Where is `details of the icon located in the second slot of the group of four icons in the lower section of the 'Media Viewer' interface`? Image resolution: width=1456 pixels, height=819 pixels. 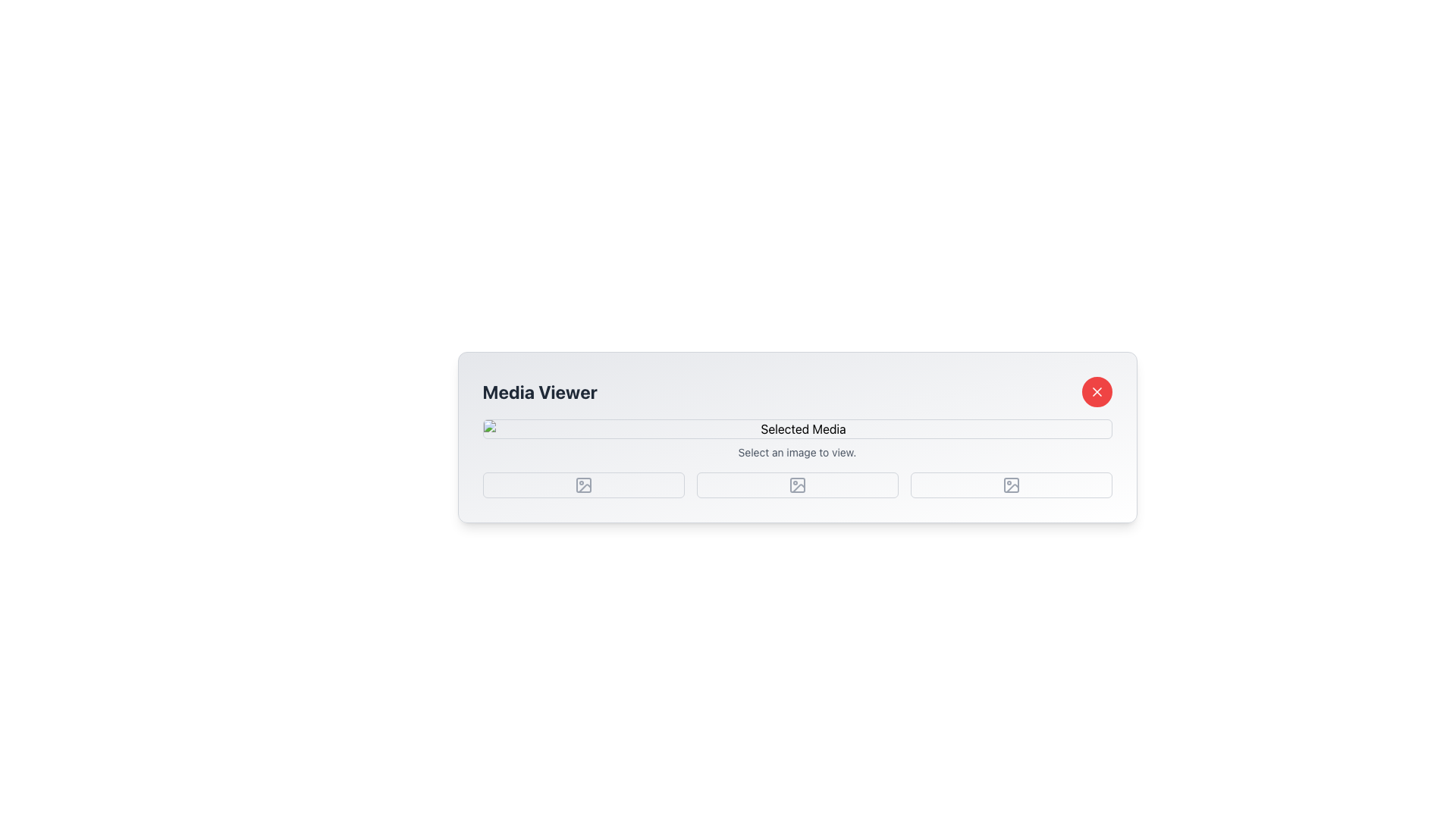
details of the icon located in the second slot of the group of four icons in the lower section of the 'Media Viewer' interface is located at coordinates (582, 485).